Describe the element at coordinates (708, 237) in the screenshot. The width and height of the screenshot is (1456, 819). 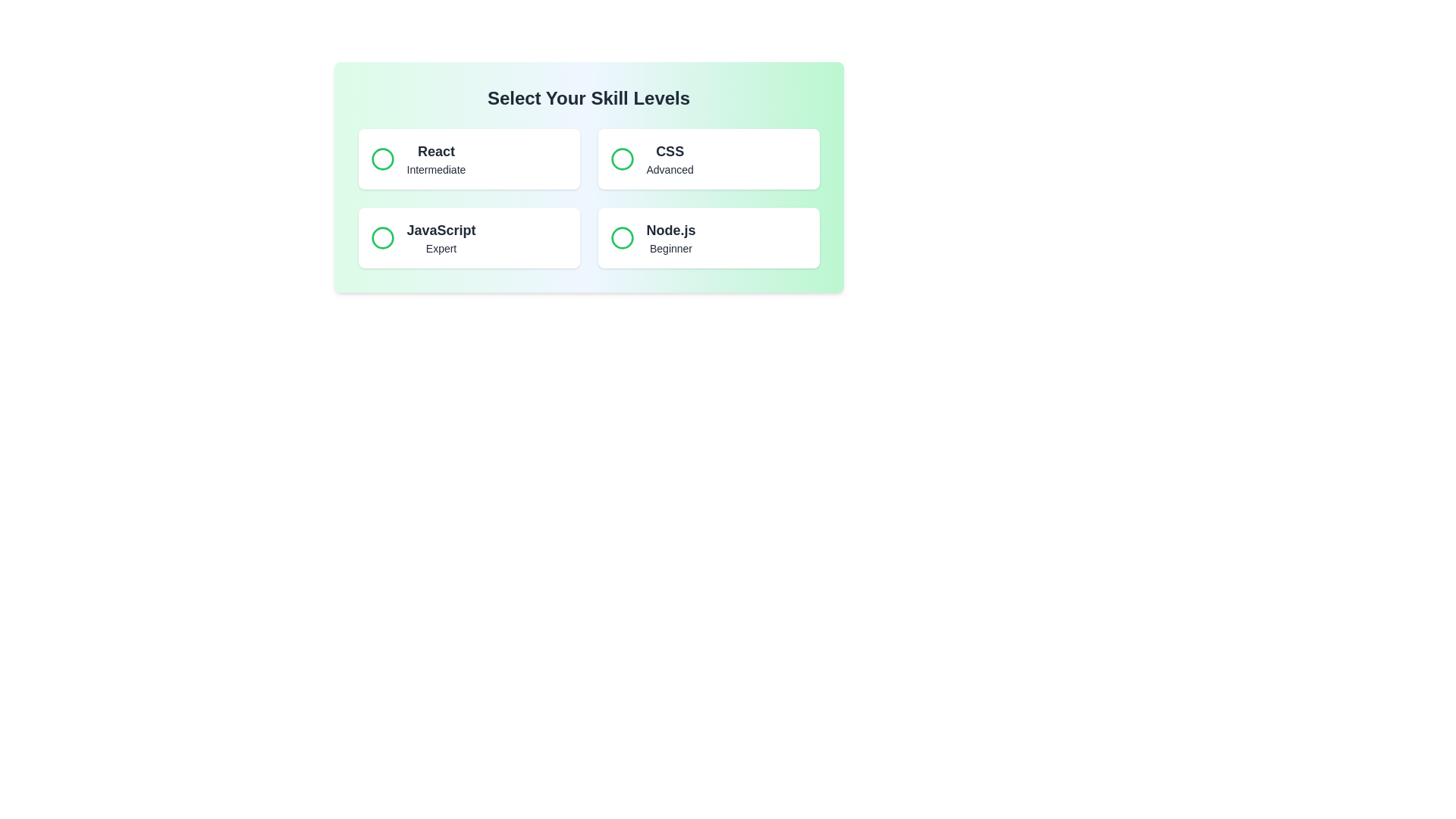
I see `the button representing Node.js to observe the visual feedback` at that location.